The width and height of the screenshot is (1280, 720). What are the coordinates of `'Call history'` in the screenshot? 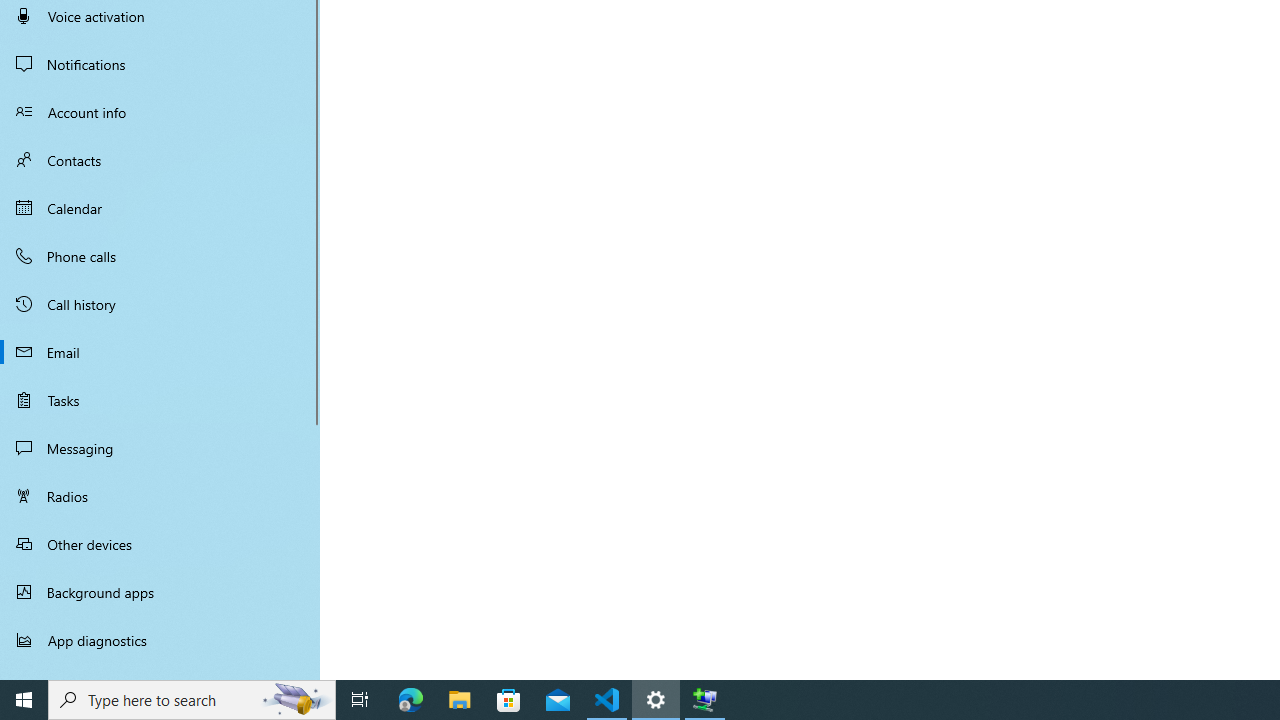 It's located at (160, 304).